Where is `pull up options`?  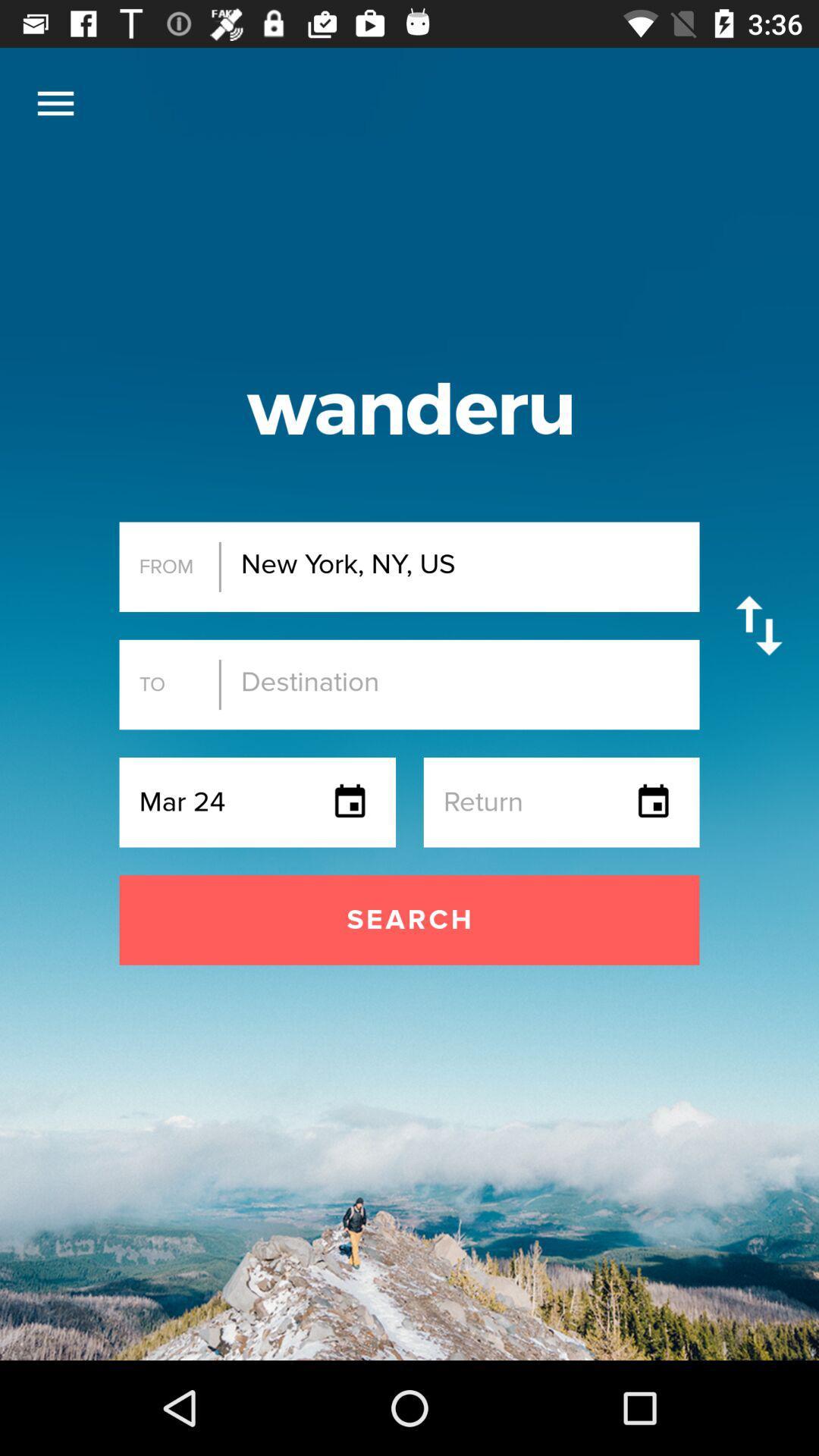 pull up options is located at coordinates (55, 102).